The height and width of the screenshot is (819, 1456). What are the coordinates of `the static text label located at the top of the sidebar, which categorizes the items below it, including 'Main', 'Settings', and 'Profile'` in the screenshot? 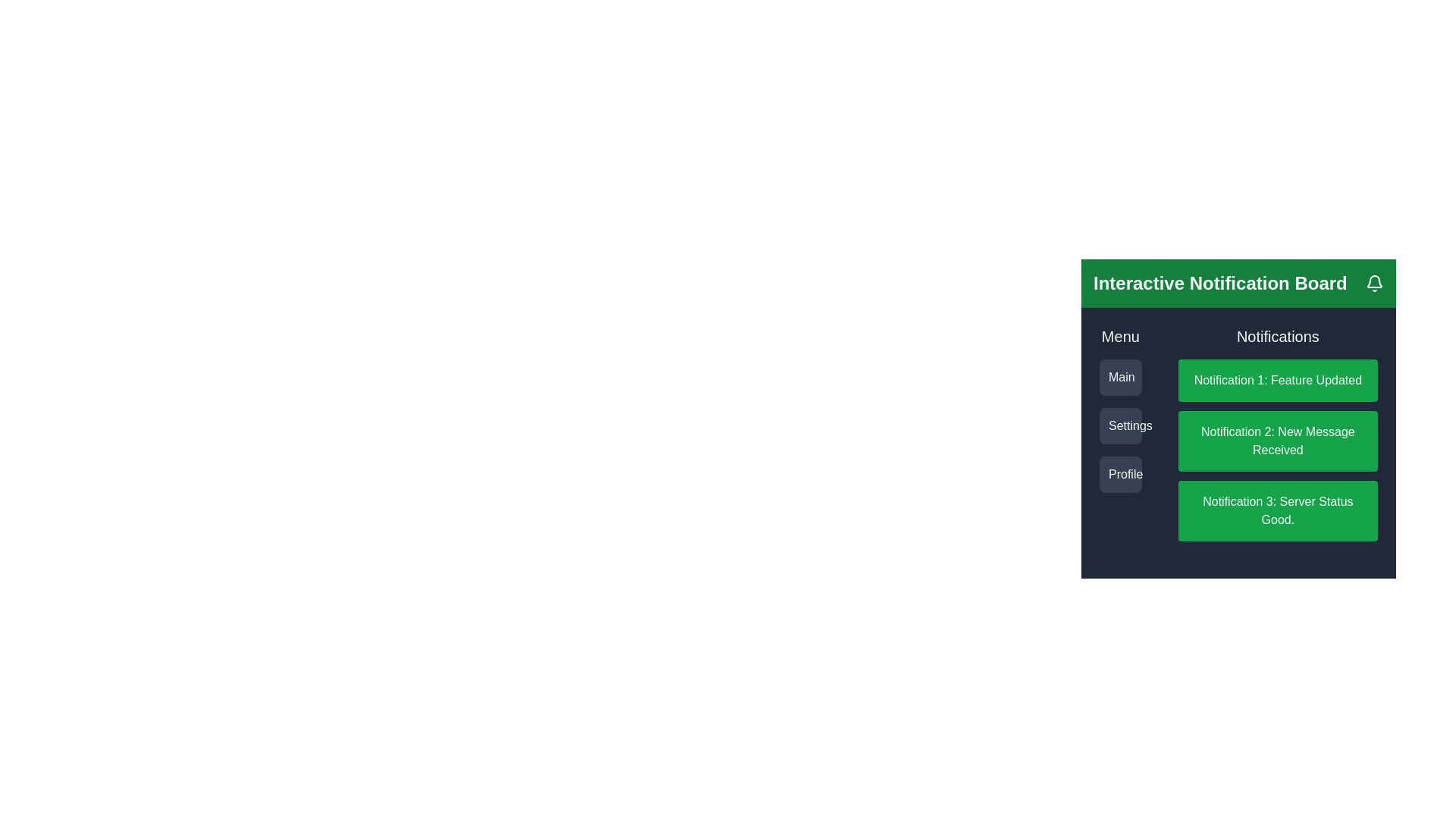 It's located at (1120, 335).